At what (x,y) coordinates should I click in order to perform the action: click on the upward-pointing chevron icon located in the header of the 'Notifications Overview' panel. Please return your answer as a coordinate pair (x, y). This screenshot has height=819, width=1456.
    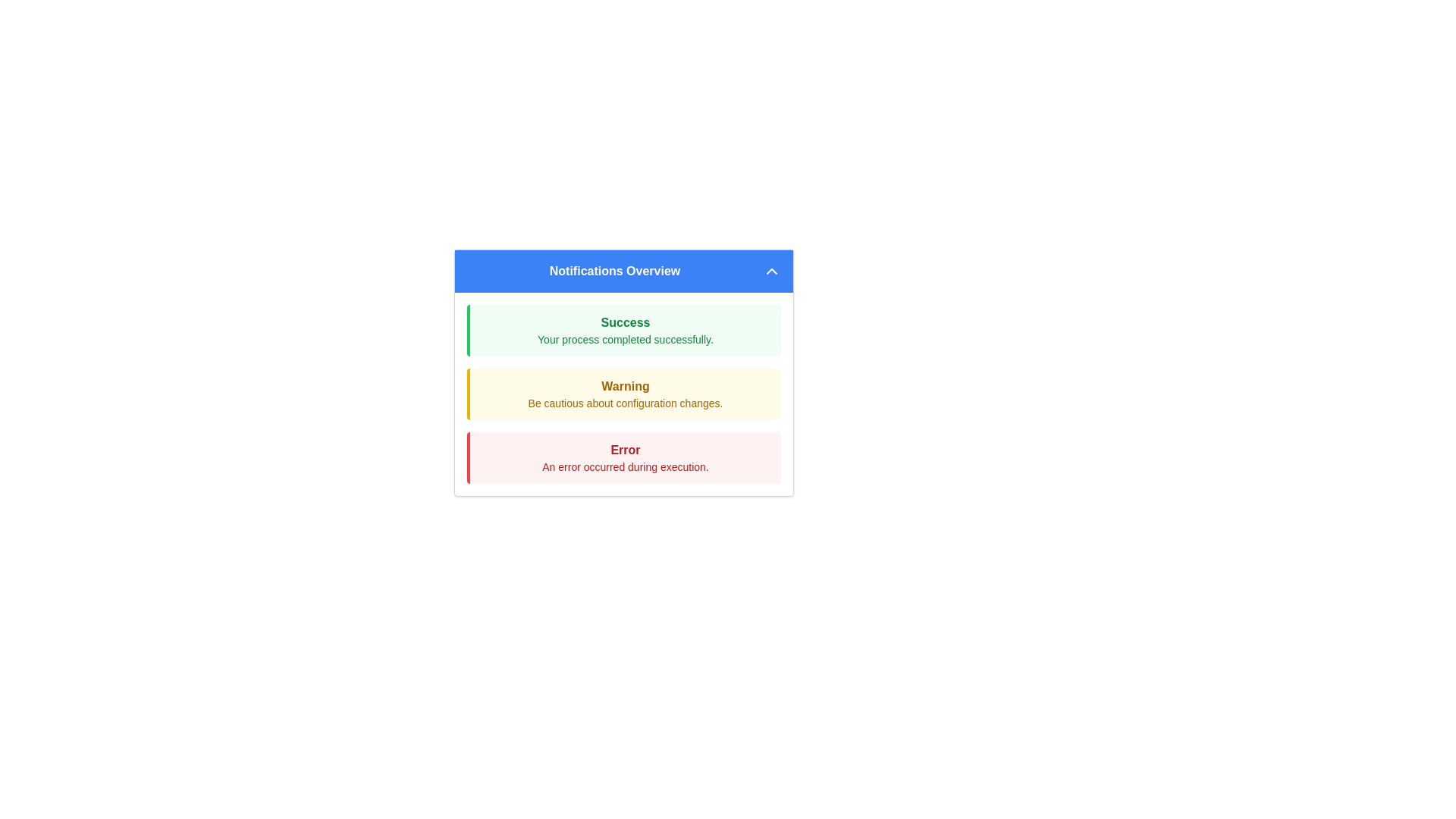
    Looking at the image, I should click on (771, 271).